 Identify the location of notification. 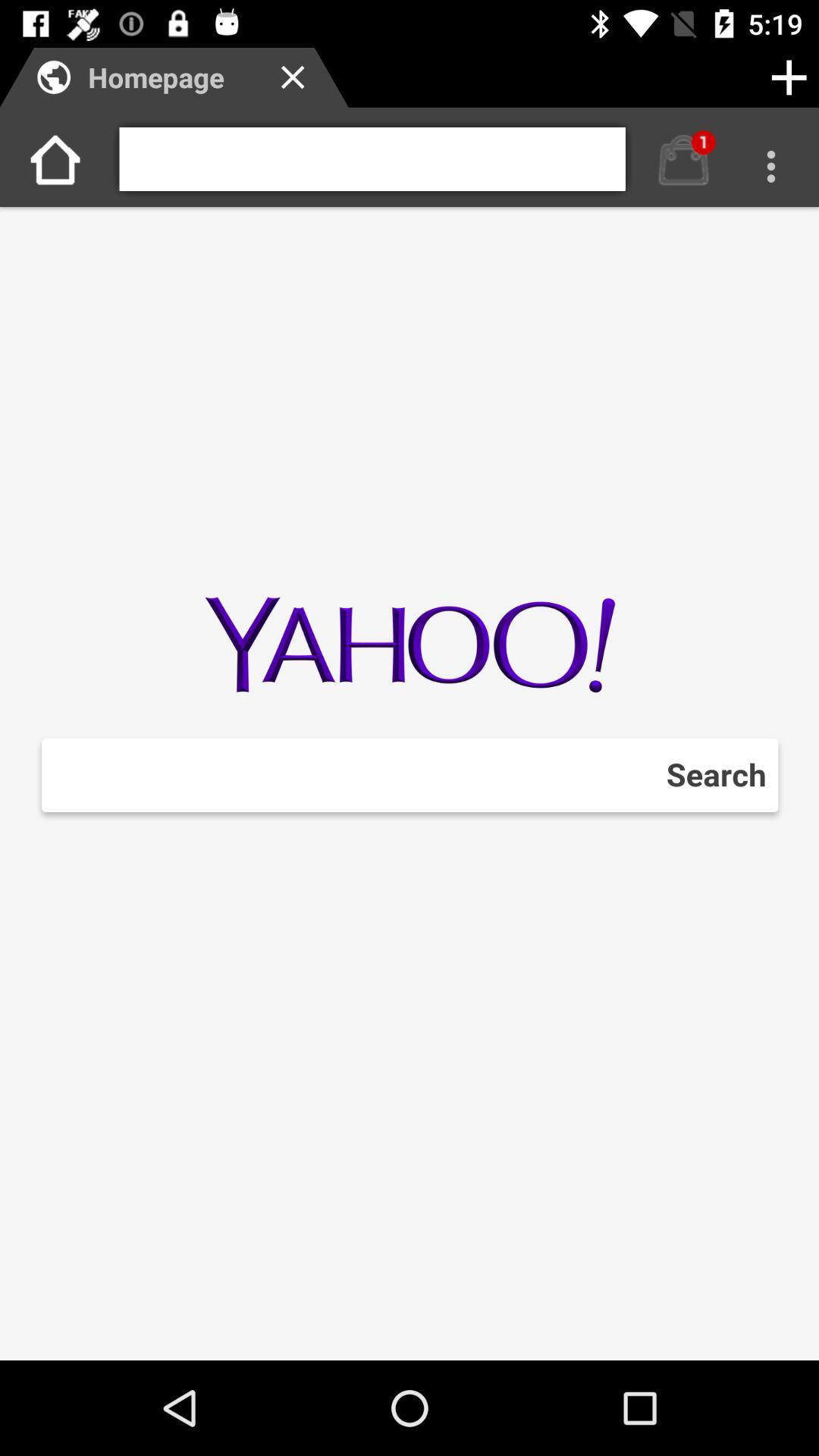
(683, 159).